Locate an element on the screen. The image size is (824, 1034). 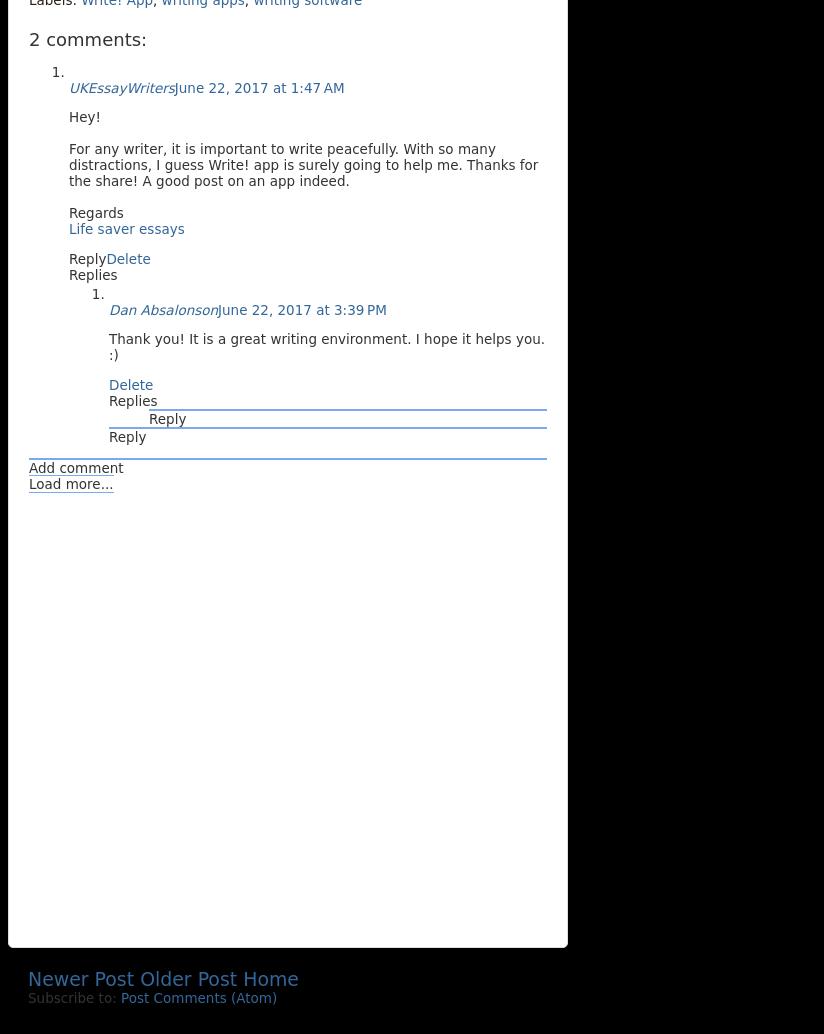
'Regards' is located at coordinates (94, 213).